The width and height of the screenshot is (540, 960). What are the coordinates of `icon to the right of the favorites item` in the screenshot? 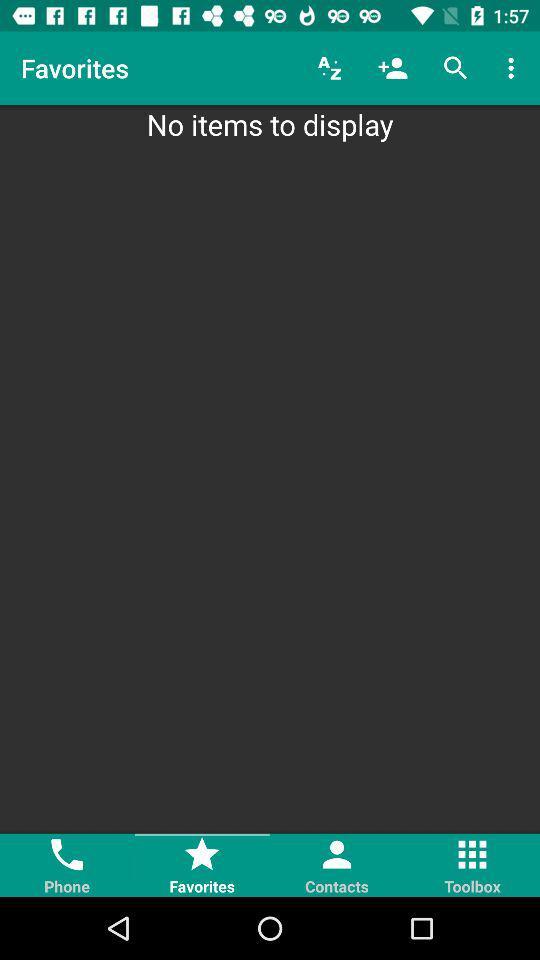 It's located at (329, 68).